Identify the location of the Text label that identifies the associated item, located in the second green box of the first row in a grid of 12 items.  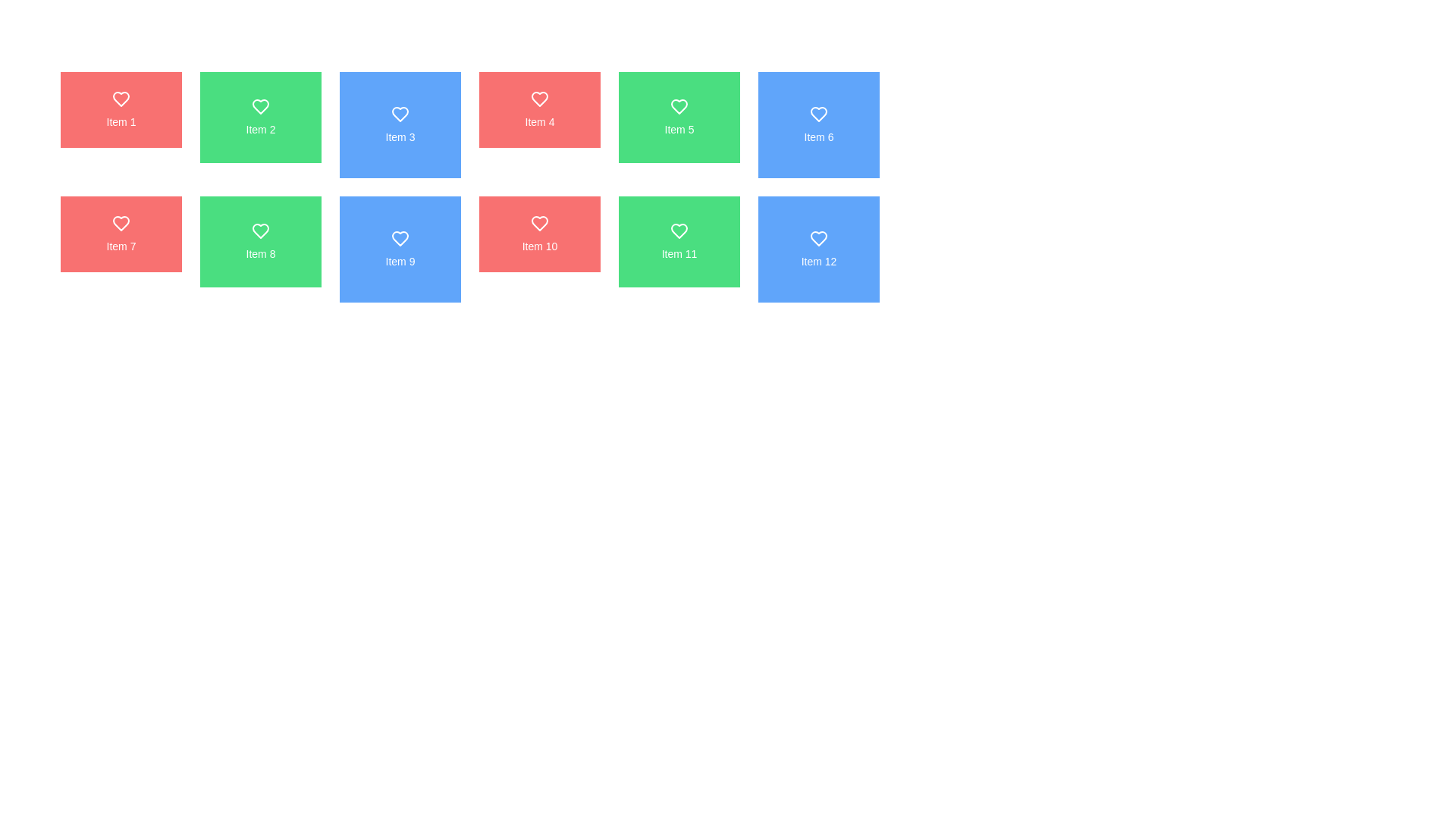
(261, 128).